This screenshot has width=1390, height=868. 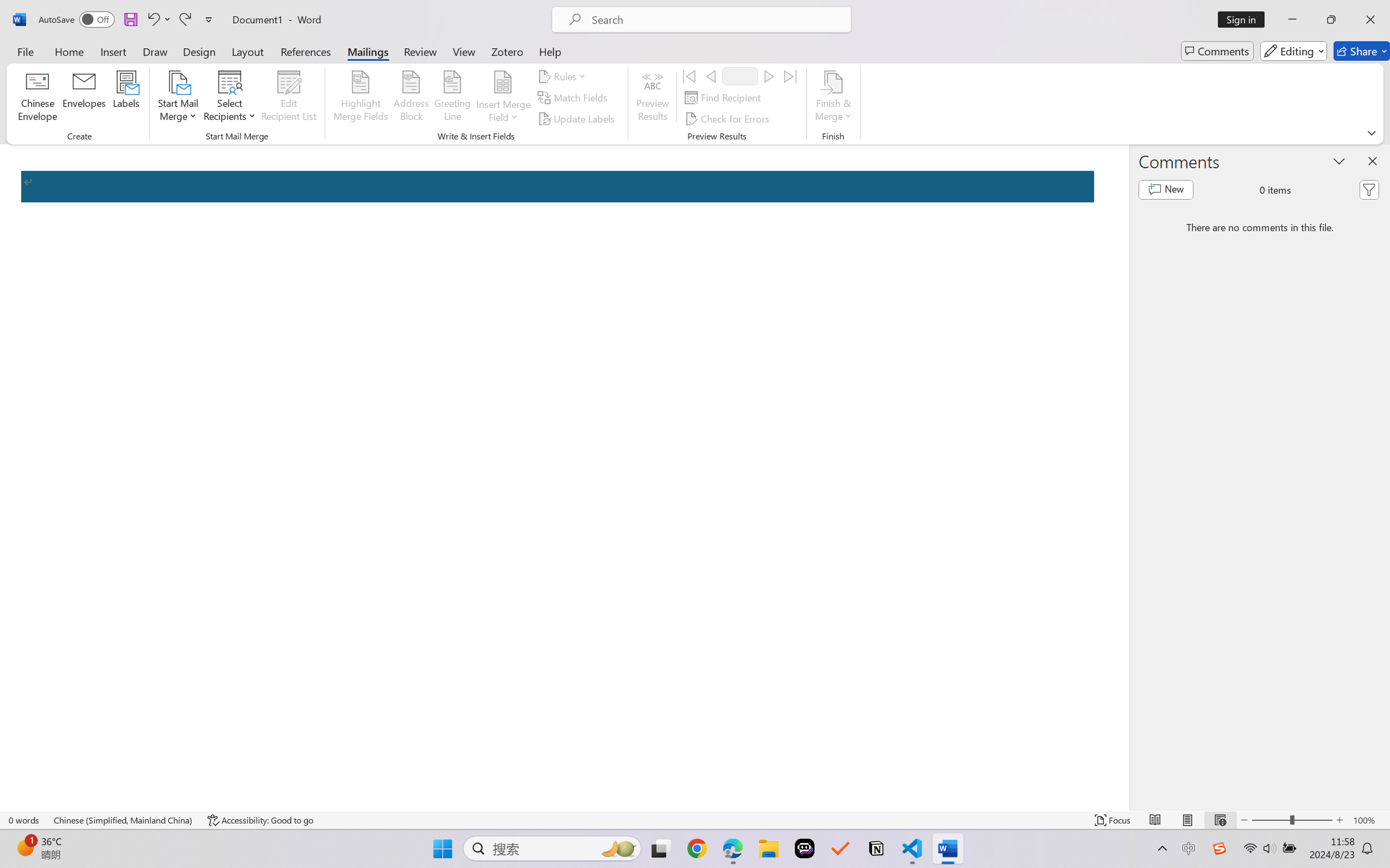 What do you see at coordinates (289, 98) in the screenshot?
I see `'Edit Recipient List...'` at bounding box center [289, 98].